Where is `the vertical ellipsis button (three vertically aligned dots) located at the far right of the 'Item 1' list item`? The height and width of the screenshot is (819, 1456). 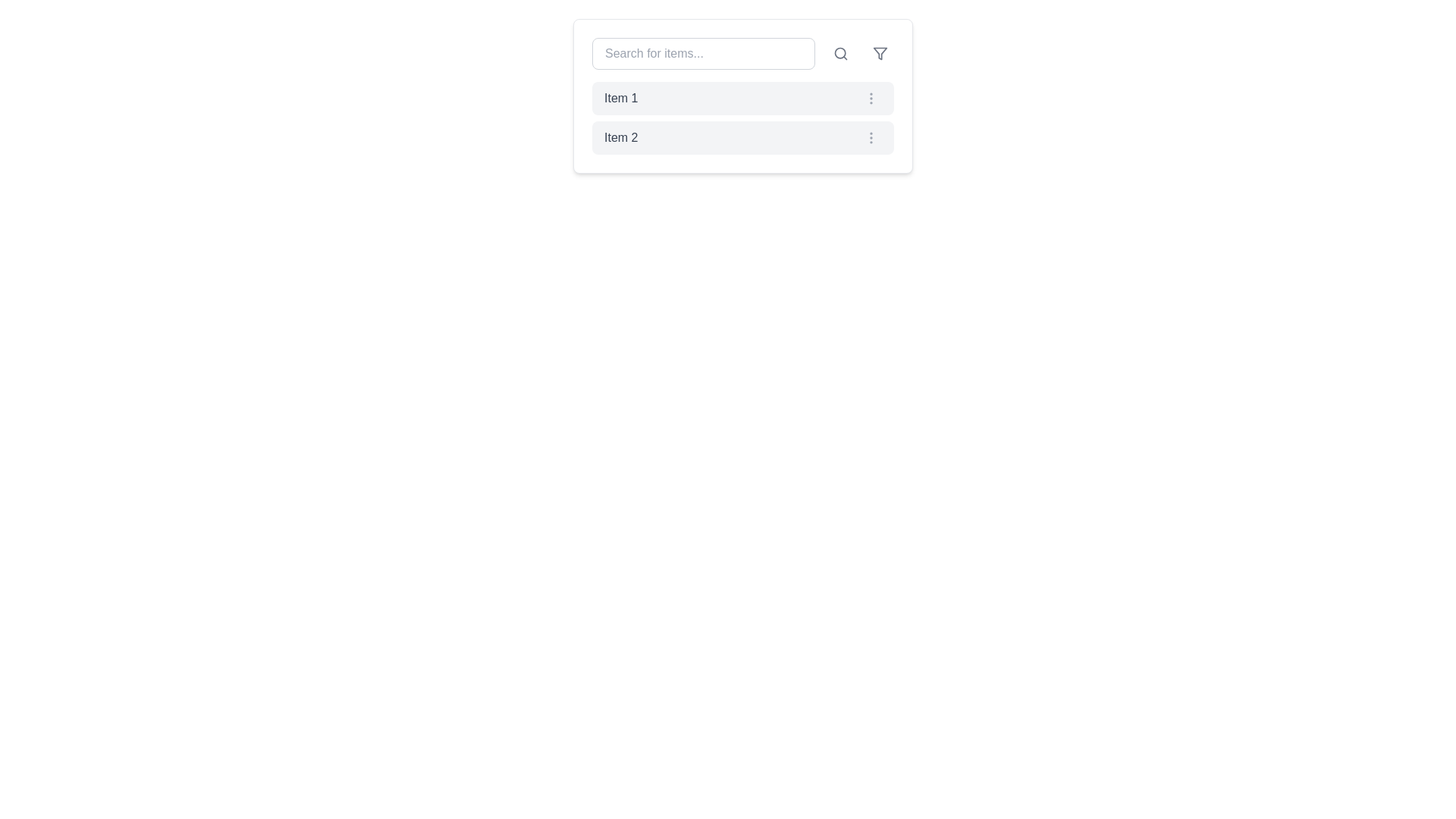 the vertical ellipsis button (three vertically aligned dots) located at the far right of the 'Item 1' list item is located at coordinates (871, 99).